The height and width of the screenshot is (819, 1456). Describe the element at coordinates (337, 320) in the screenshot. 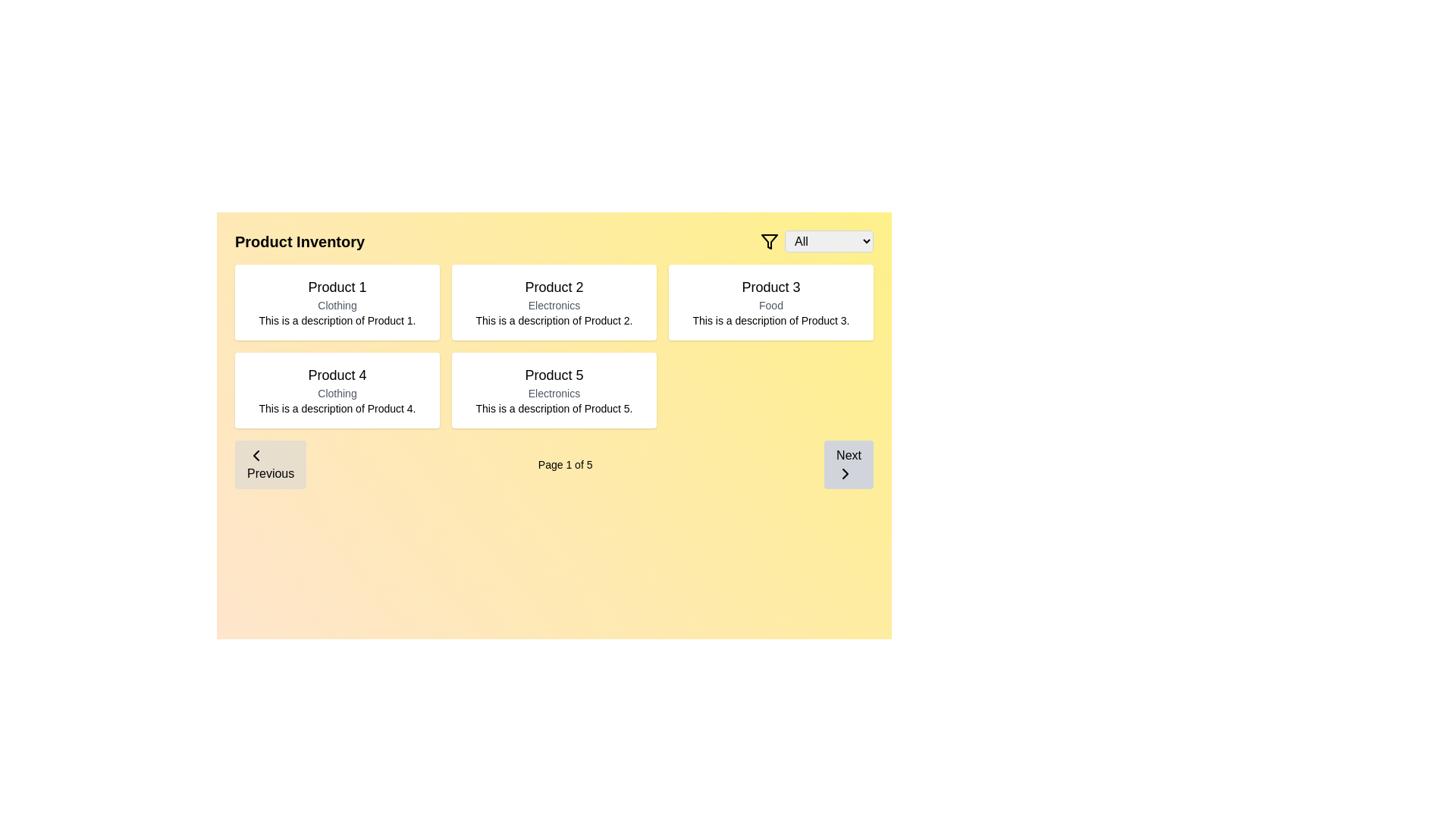

I see `the text label reading 'This is a description of Product 1.' located within the product card for 'Product 1', which is the top-left card in a grid of product cards` at that location.